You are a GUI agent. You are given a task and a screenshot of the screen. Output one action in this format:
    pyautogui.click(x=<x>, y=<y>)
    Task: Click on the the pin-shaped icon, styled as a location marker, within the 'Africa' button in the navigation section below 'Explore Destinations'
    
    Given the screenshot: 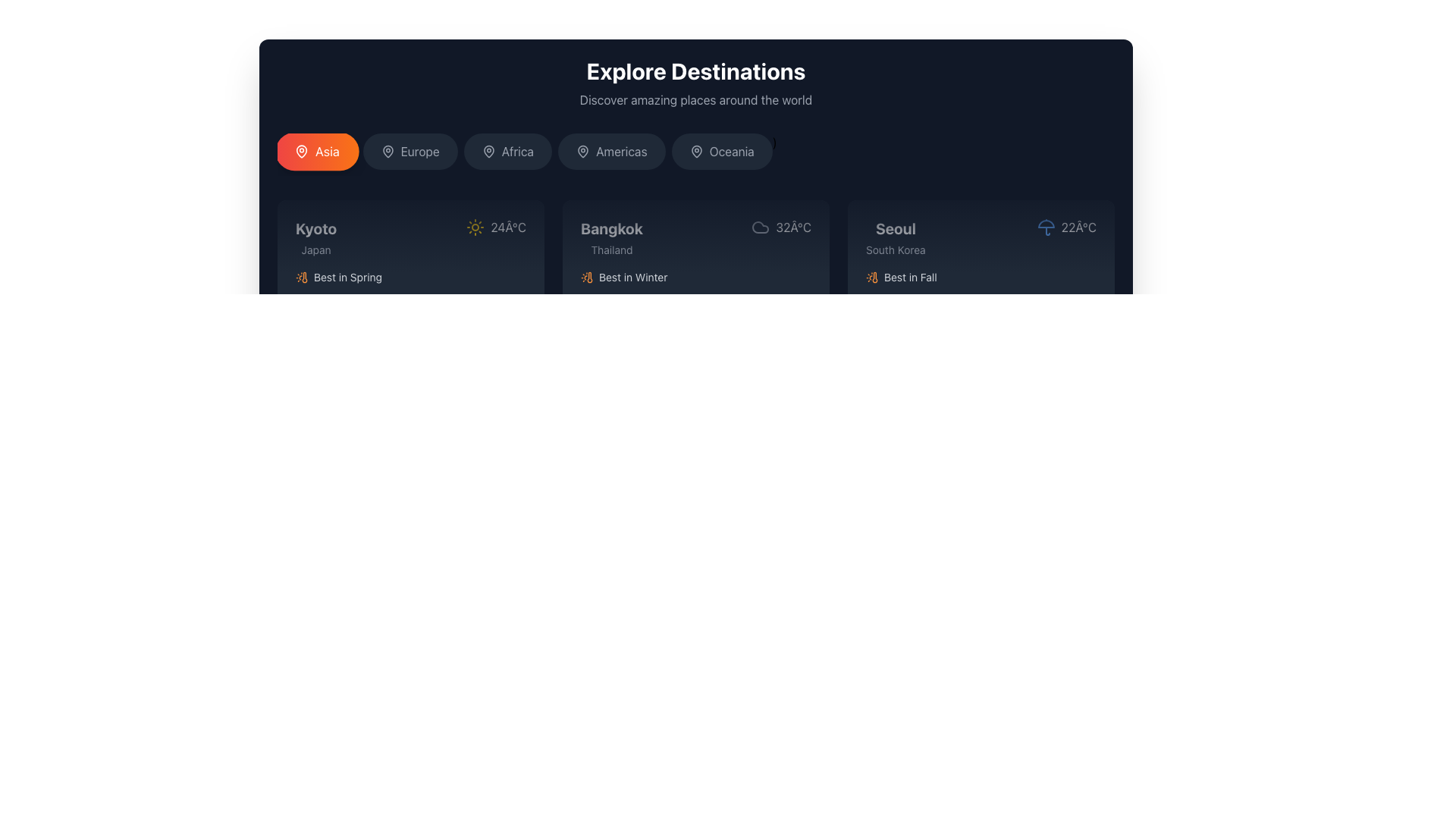 What is the action you would take?
    pyautogui.click(x=488, y=152)
    